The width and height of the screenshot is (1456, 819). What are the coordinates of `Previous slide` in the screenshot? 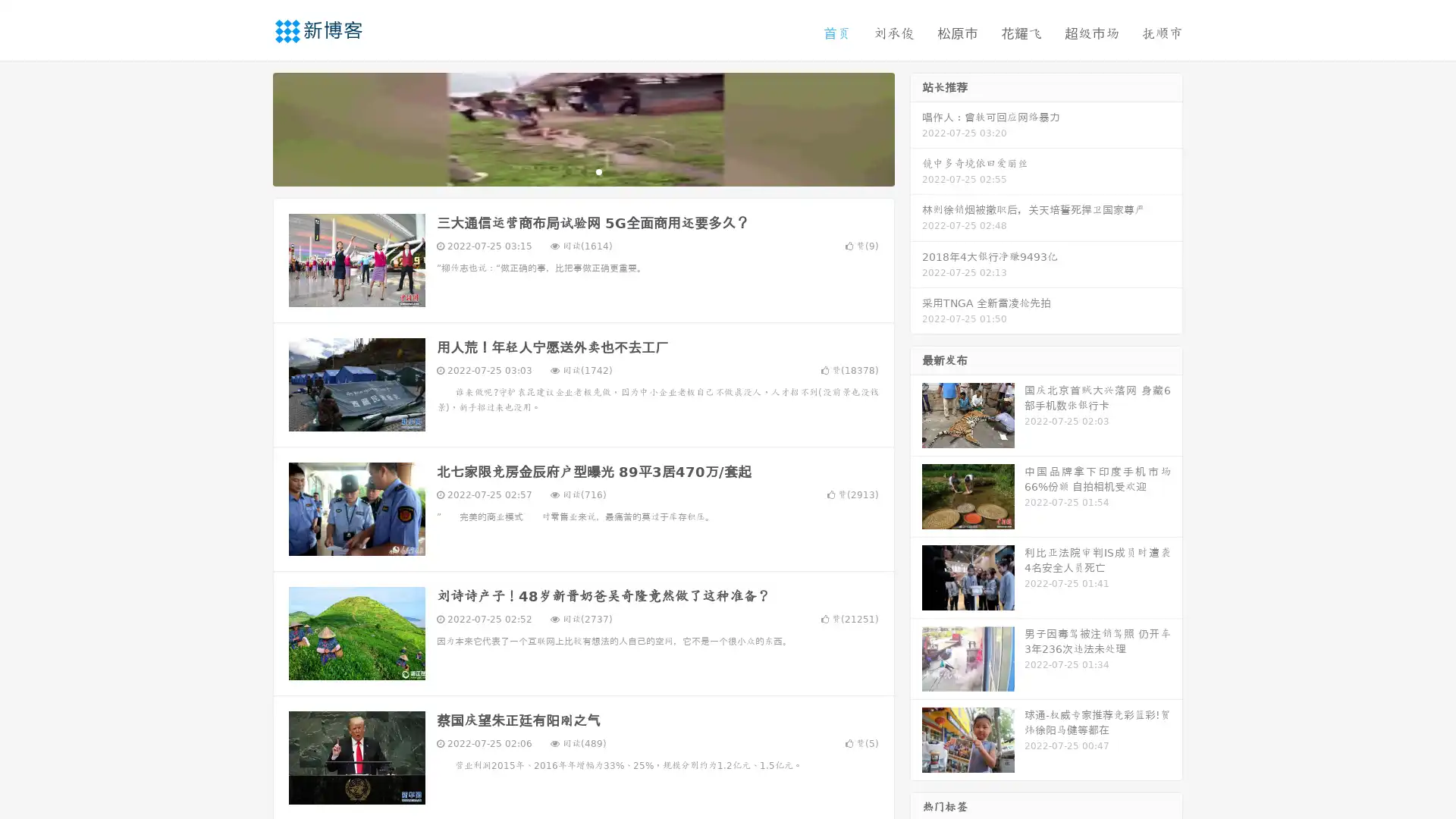 It's located at (250, 127).